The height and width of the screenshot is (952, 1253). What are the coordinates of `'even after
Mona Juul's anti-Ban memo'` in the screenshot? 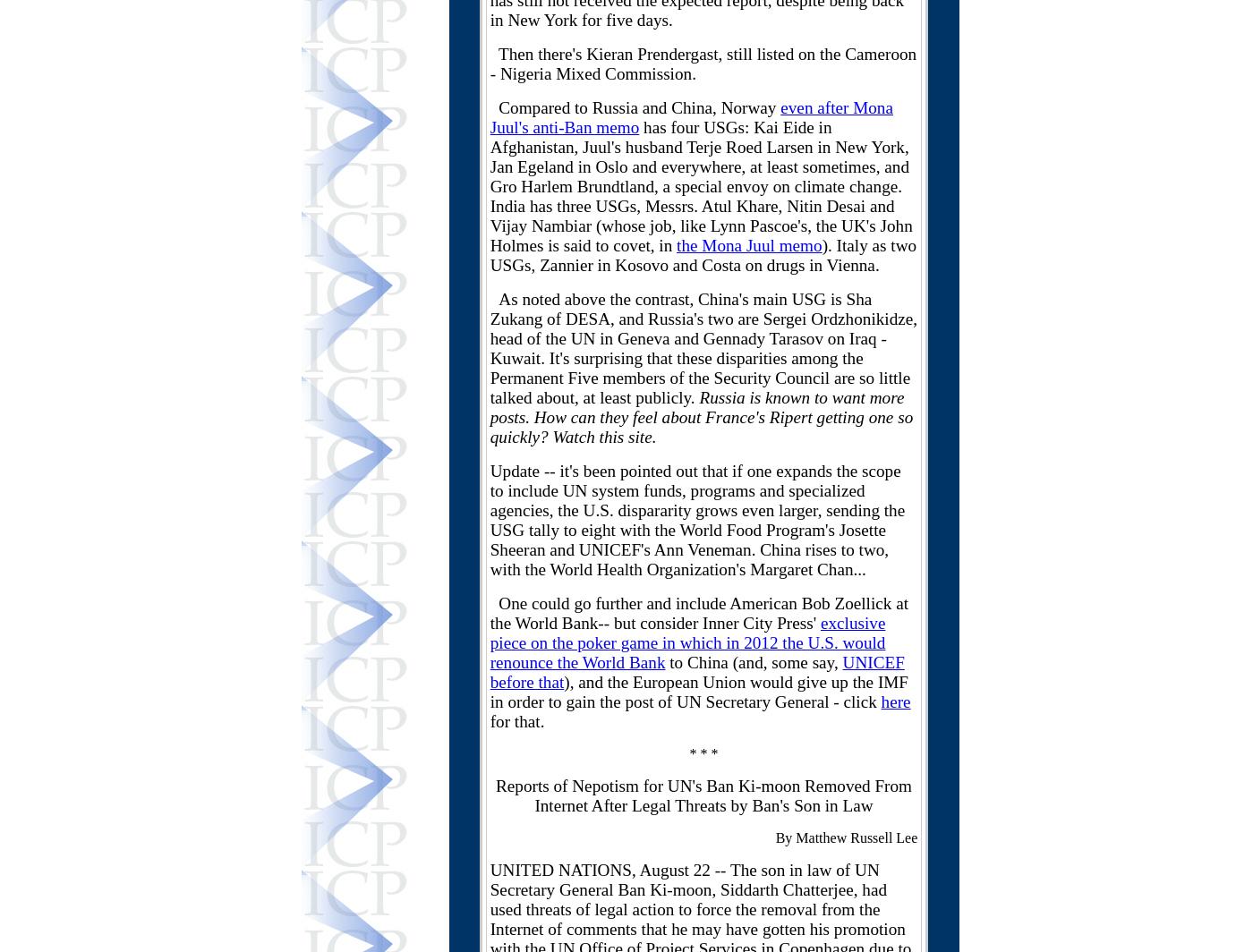 It's located at (690, 117).